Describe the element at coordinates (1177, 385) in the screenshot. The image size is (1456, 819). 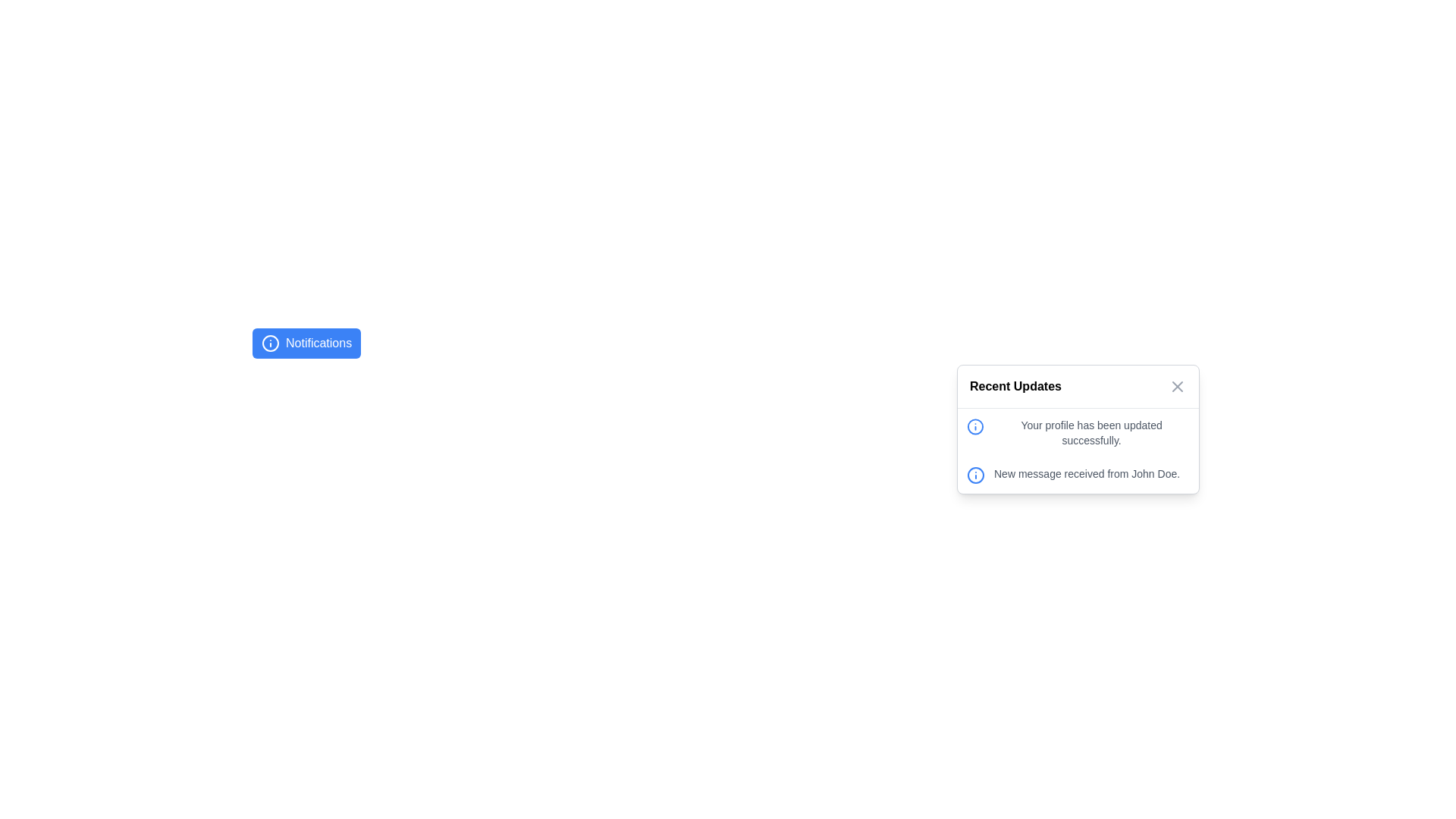
I see `the small 'x'-shaped icon located in the top-right corner of the 'Recent Updates' notification box` at that location.